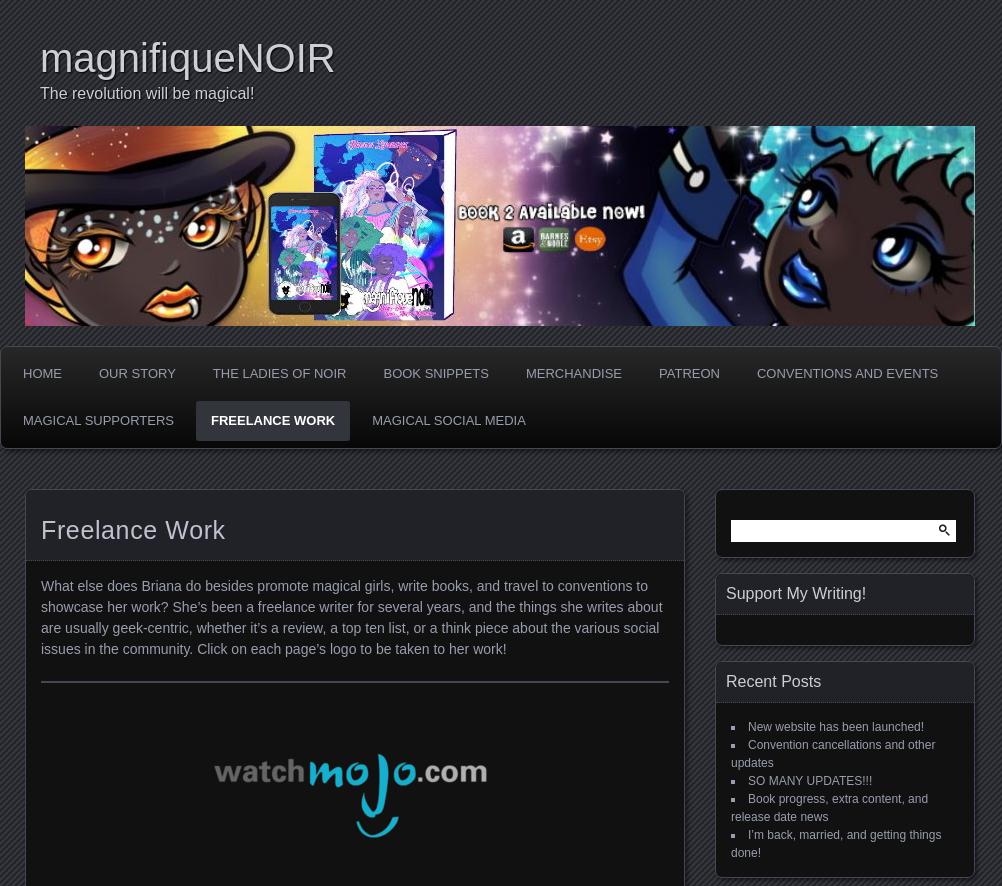 The image size is (1002, 886). Describe the element at coordinates (835, 843) in the screenshot. I see `'I’m back, married, and getting things done!'` at that location.